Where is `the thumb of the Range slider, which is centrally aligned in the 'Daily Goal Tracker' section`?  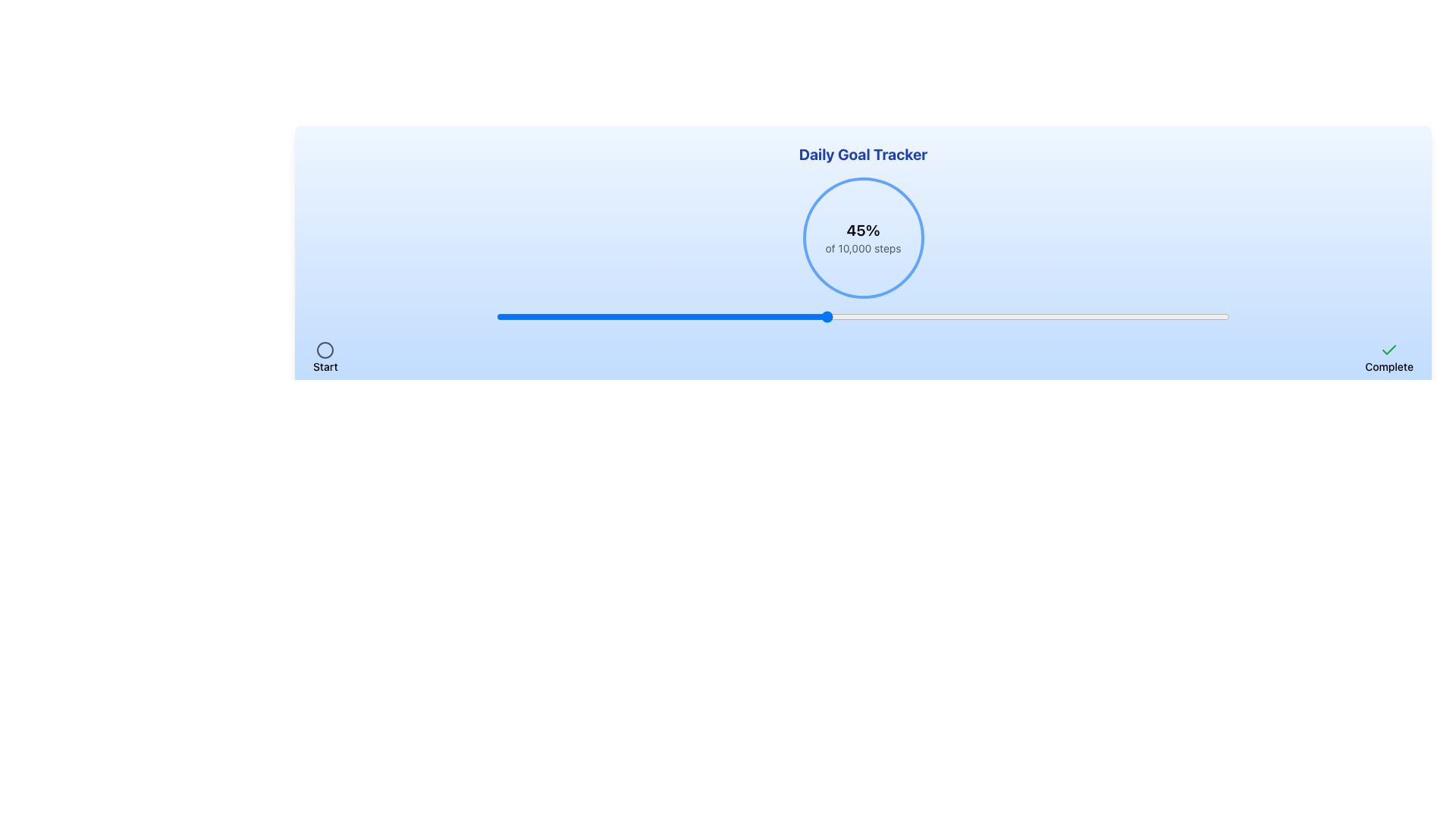
the thumb of the Range slider, which is centrally aligned in the 'Daily Goal Tracker' section is located at coordinates (863, 315).